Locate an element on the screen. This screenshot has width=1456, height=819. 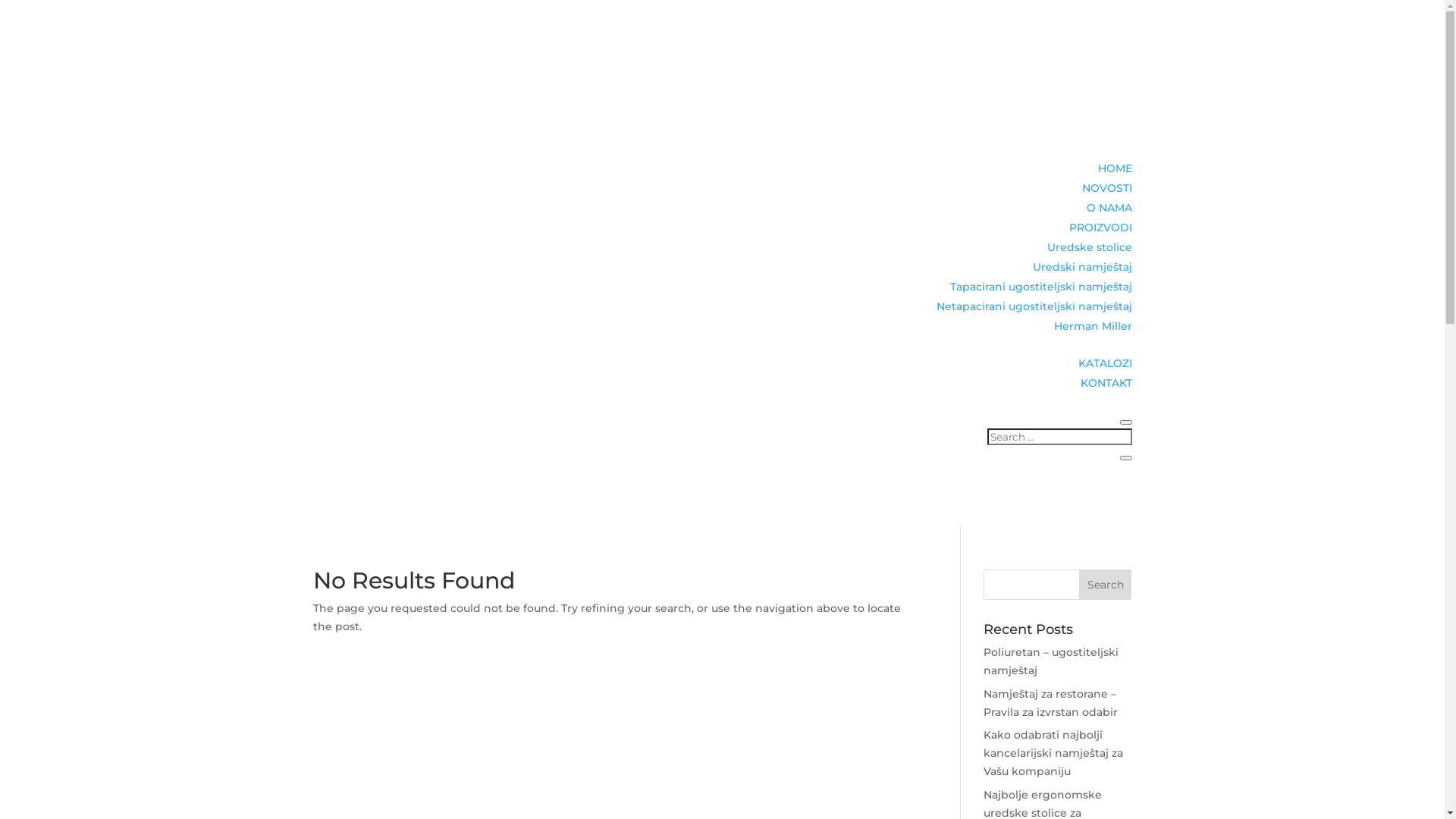
'NOVOSTI' is located at coordinates (1106, 187).